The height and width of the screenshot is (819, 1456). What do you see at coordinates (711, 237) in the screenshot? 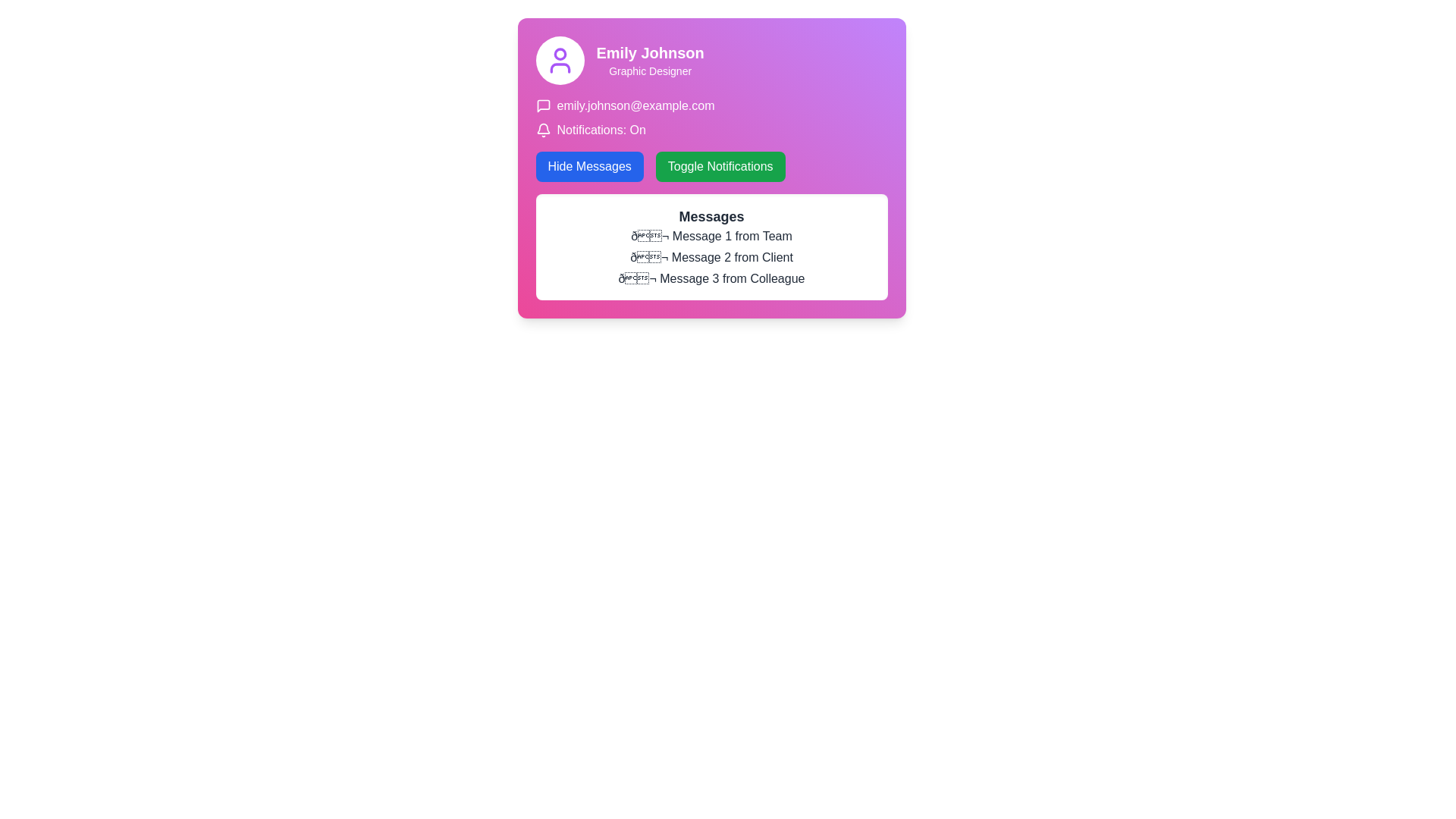
I see `the text label that starts with an emoji (a bubble icon) and contains the text 'Message 1 from Team', which is the first item in a vertical list of messages under the section header 'Messages'` at bounding box center [711, 237].